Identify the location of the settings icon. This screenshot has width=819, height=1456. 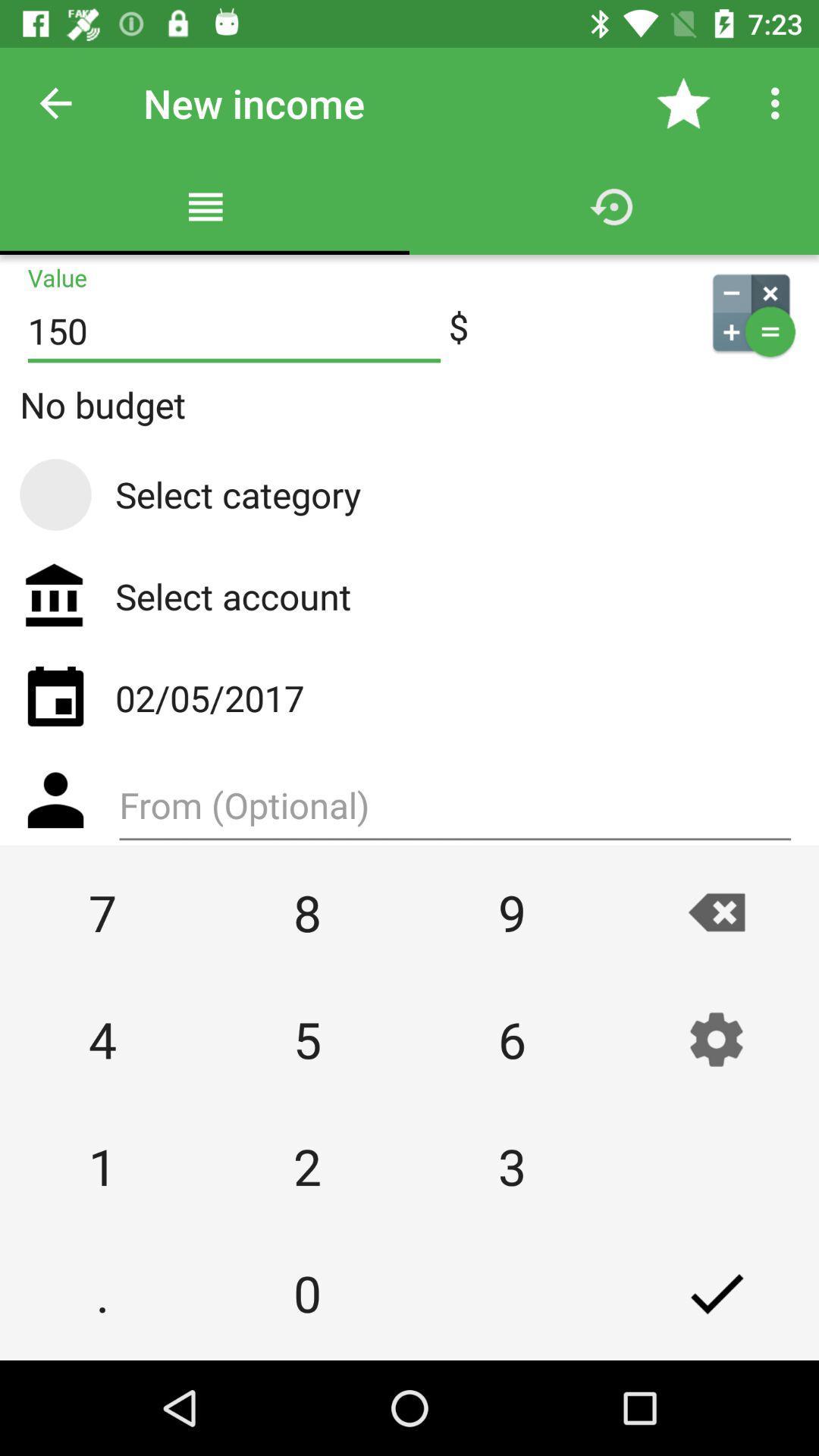
(717, 1038).